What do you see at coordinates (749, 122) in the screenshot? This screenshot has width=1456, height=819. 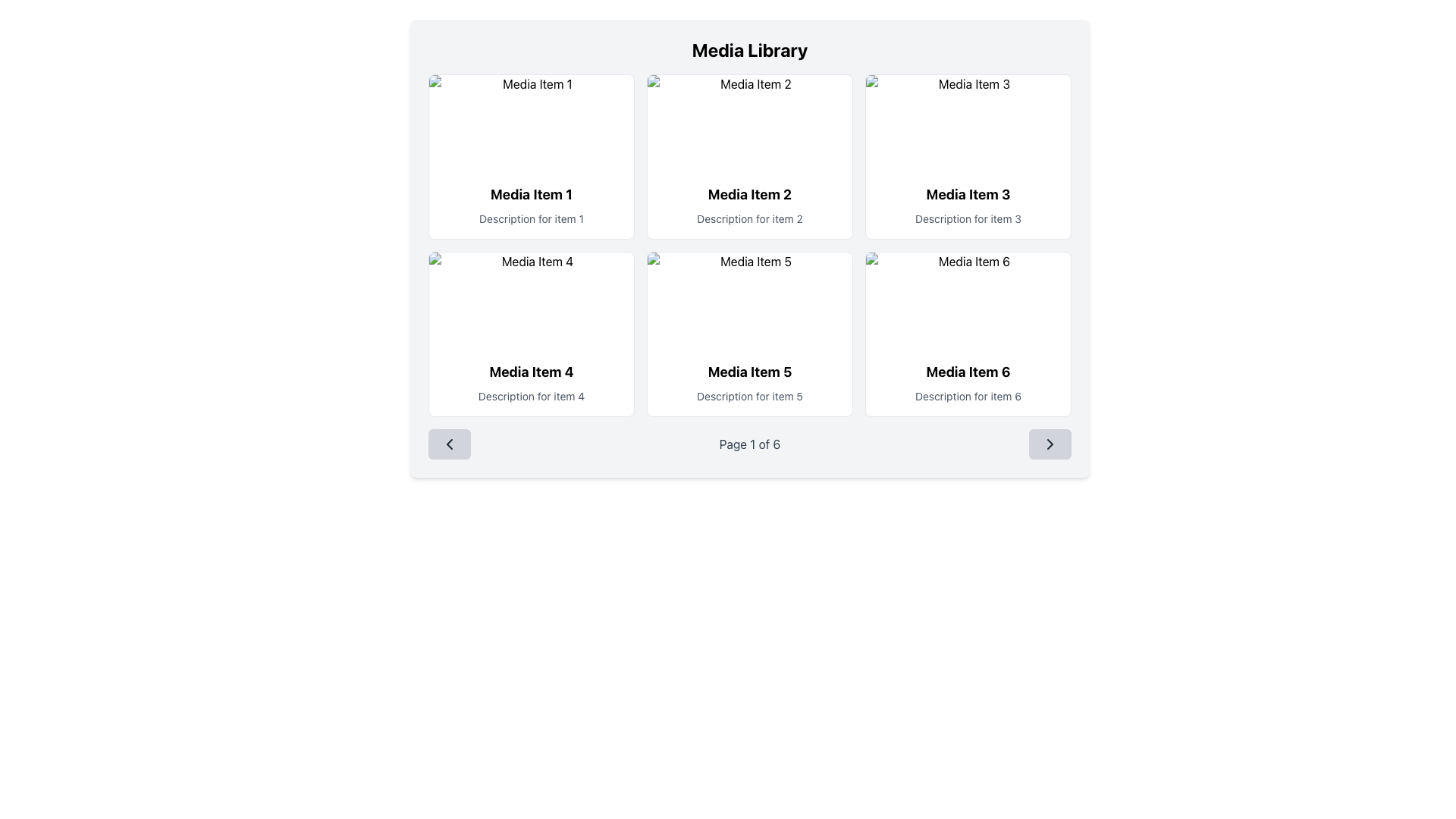 I see `the image displaying 'Item 2' in the card labeled 'Media Item 2', which is located in the middle column of the top row in a 3x2 grid layout` at bounding box center [749, 122].